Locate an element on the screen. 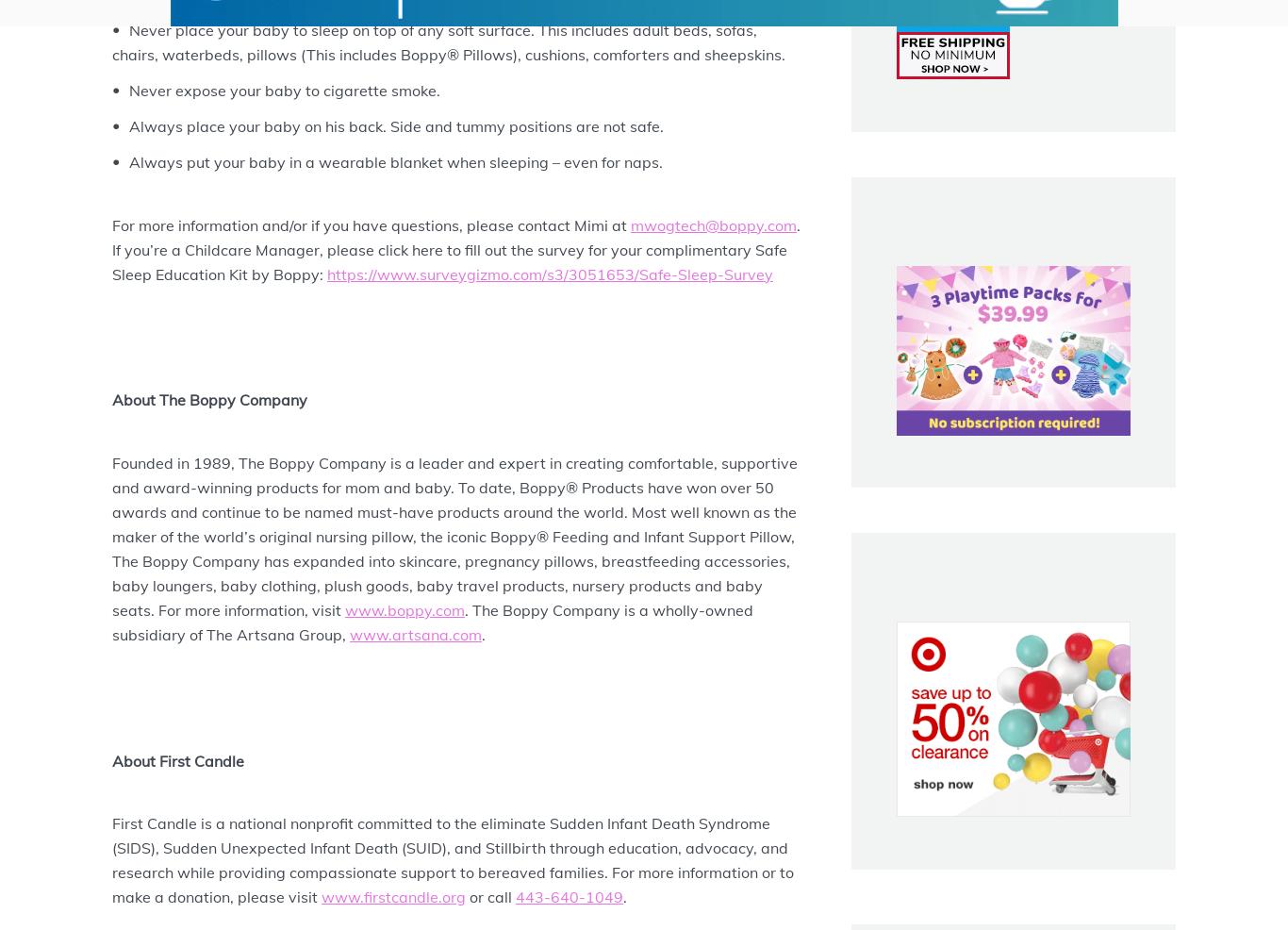 The image size is (1288, 930). 'About First Candle' is located at coordinates (177, 759).